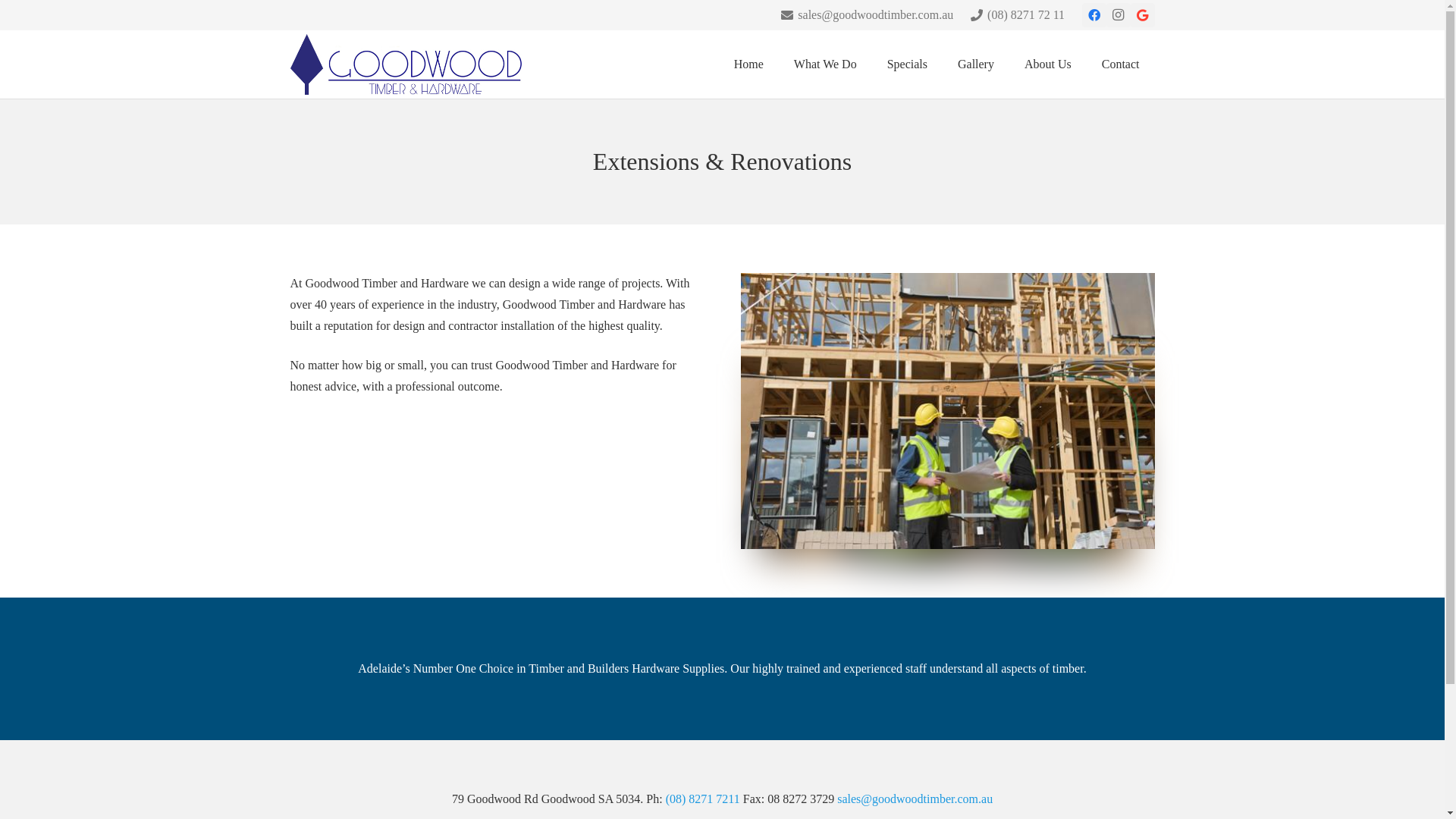 The height and width of the screenshot is (819, 1456). What do you see at coordinates (914, 798) in the screenshot?
I see `'sales@goodwoodtimber.com.au'` at bounding box center [914, 798].